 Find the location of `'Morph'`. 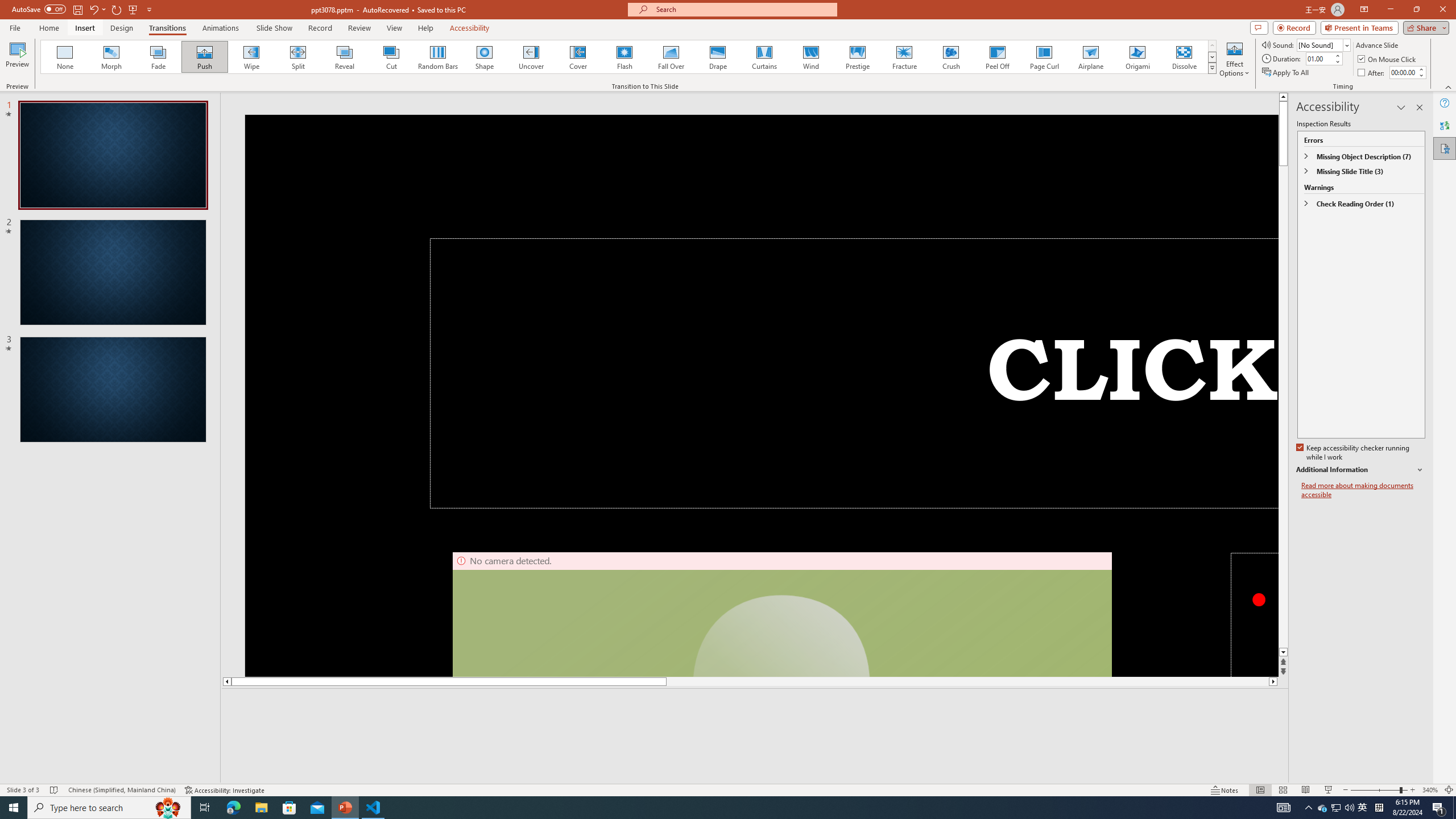

'Morph' is located at coordinates (111, 56).